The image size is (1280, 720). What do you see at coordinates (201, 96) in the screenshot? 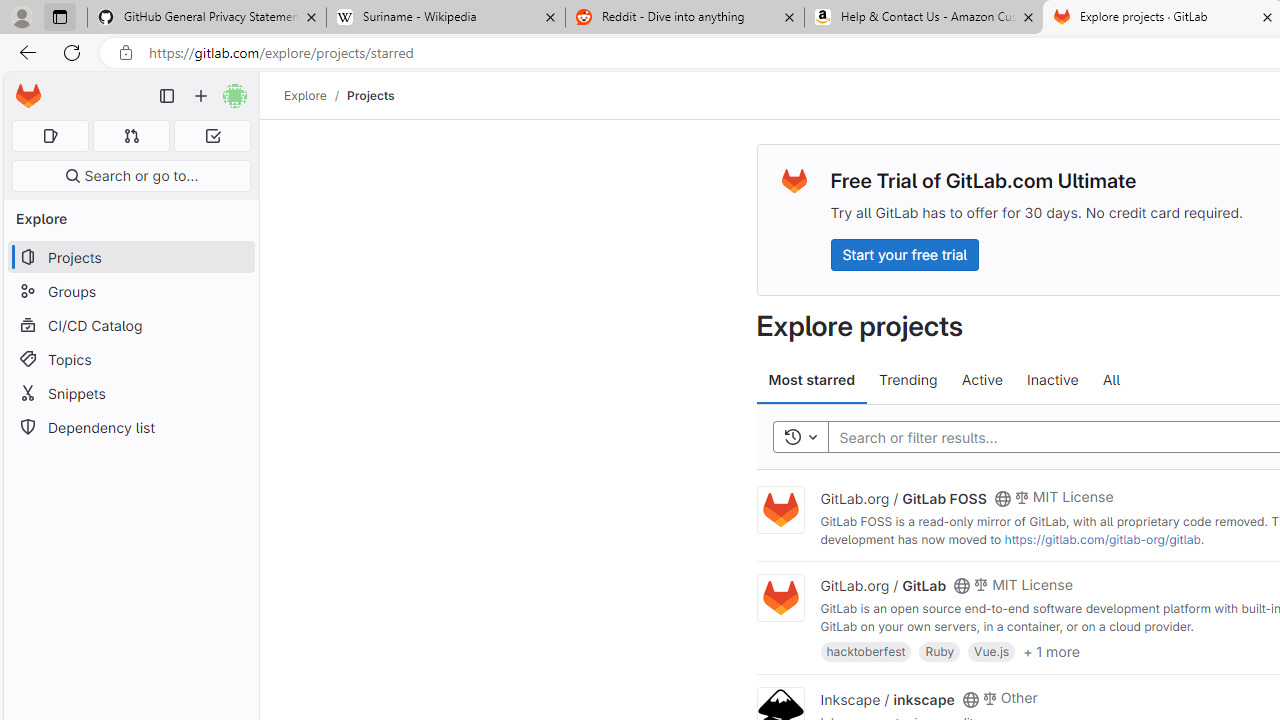
I see `'Create new...'` at bounding box center [201, 96].